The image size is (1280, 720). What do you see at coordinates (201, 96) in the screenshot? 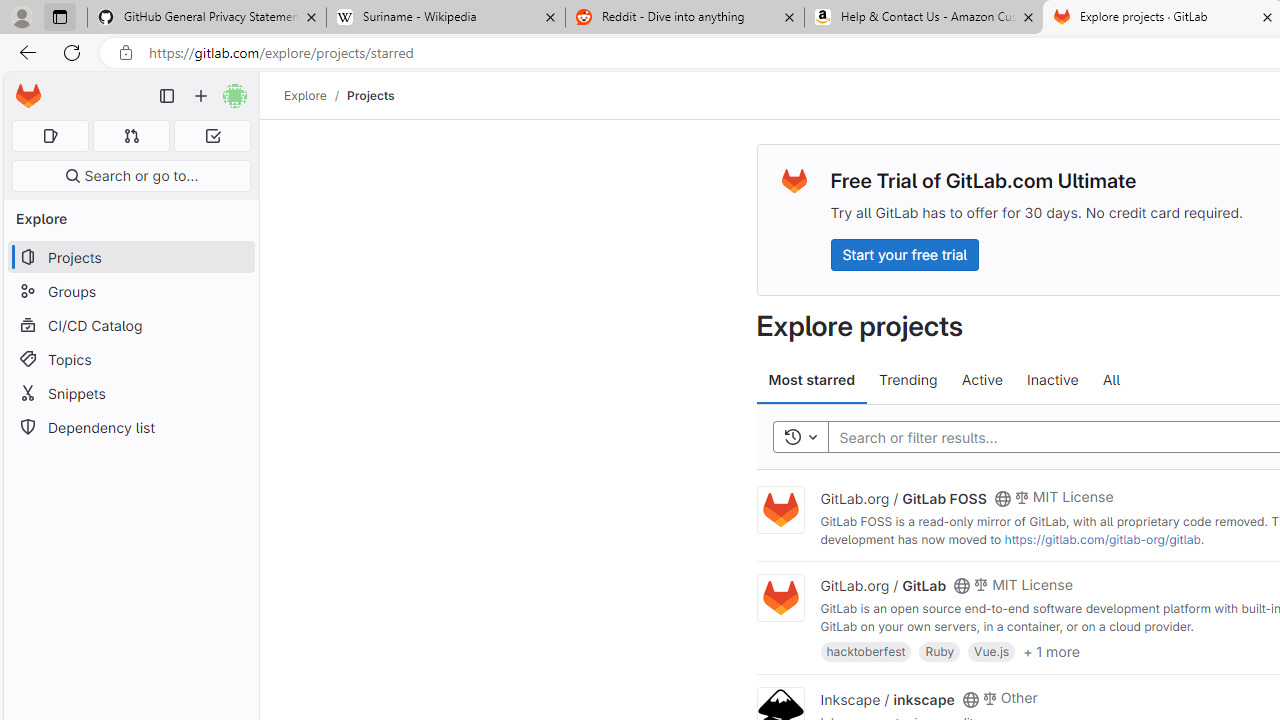
I see `'Create new...'` at bounding box center [201, 96].